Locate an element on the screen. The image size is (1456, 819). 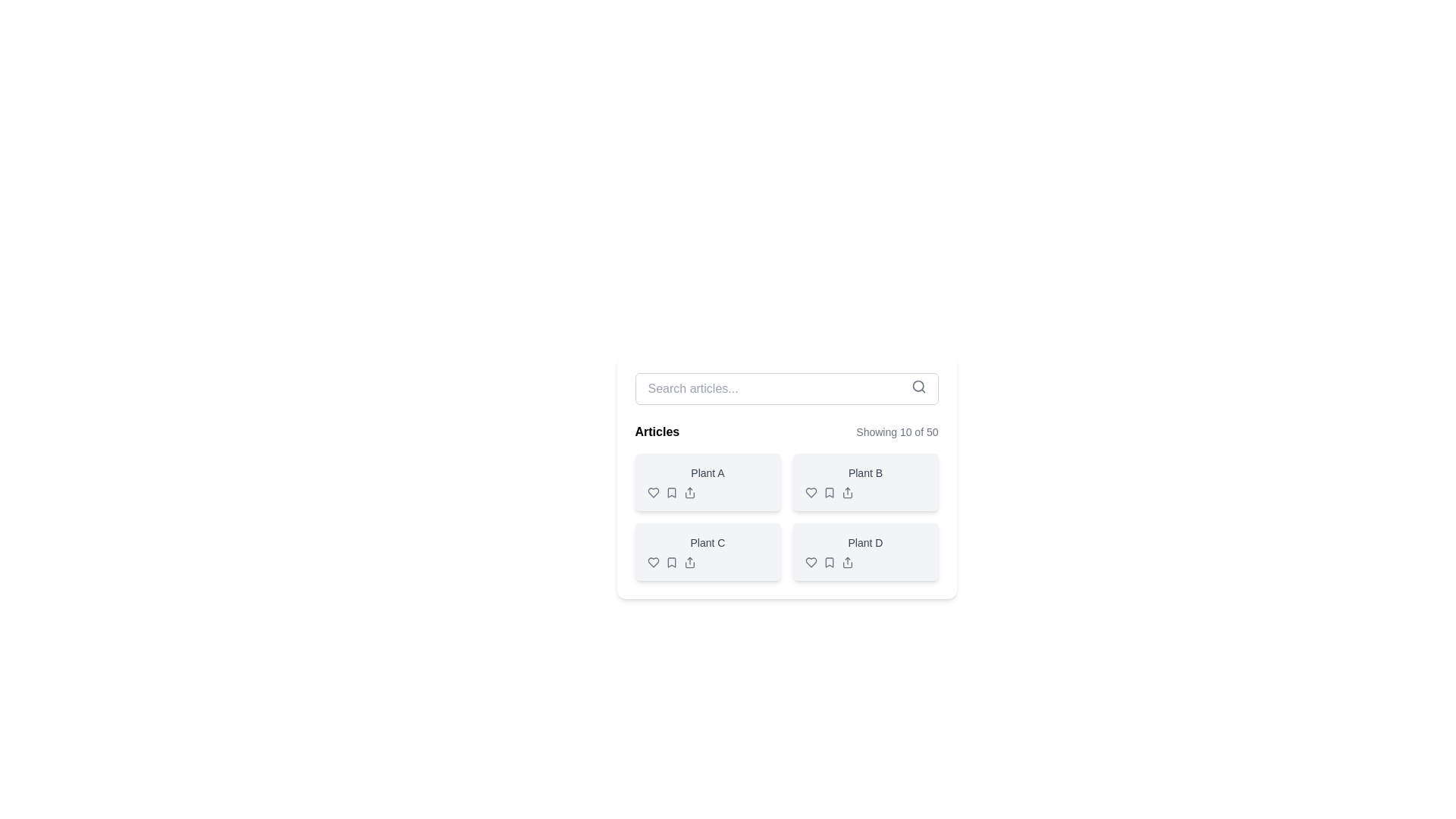
the share icon button is located at coordinates (689, 562).